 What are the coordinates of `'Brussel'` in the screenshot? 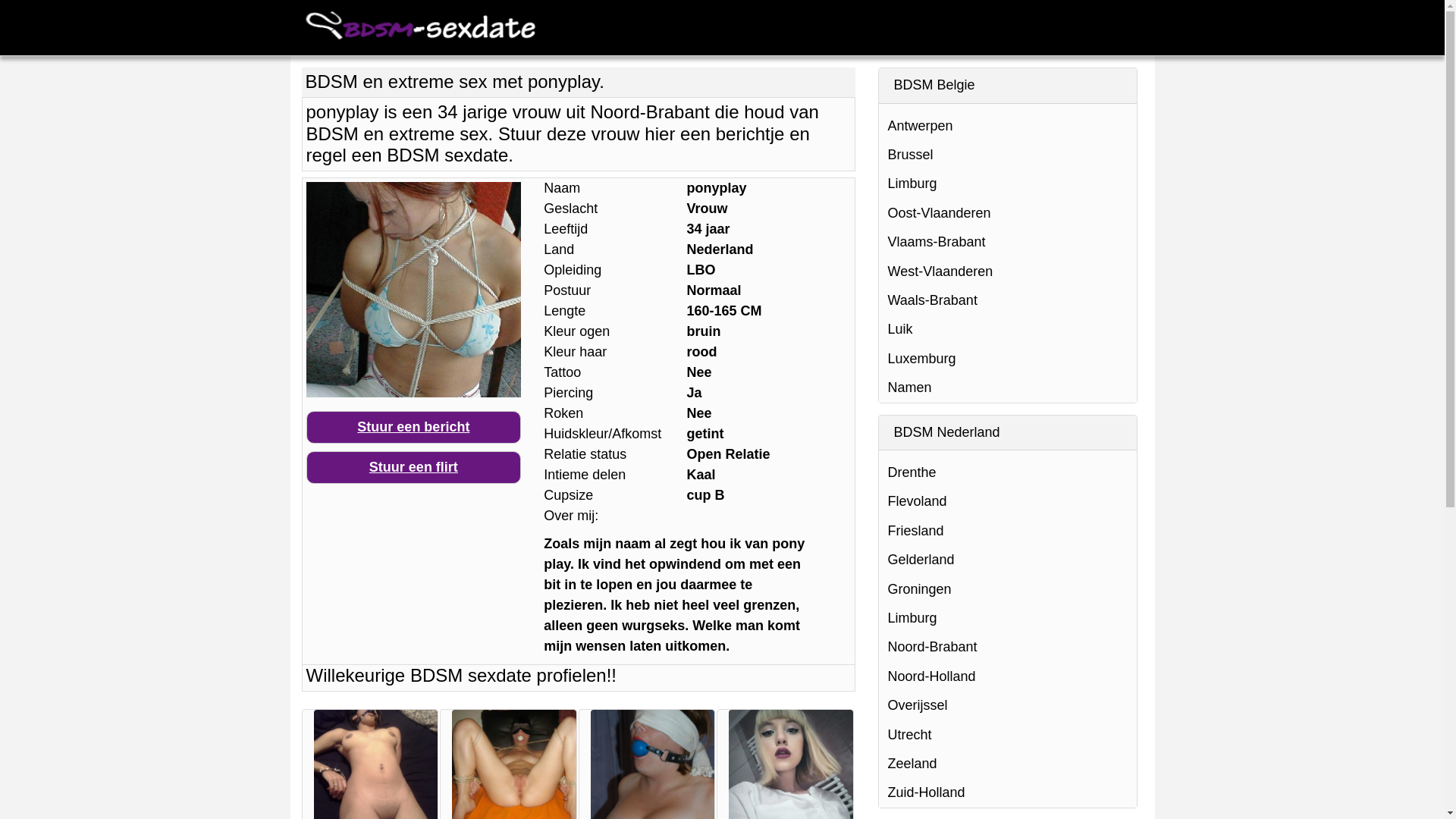 It's located at (1007, 155).